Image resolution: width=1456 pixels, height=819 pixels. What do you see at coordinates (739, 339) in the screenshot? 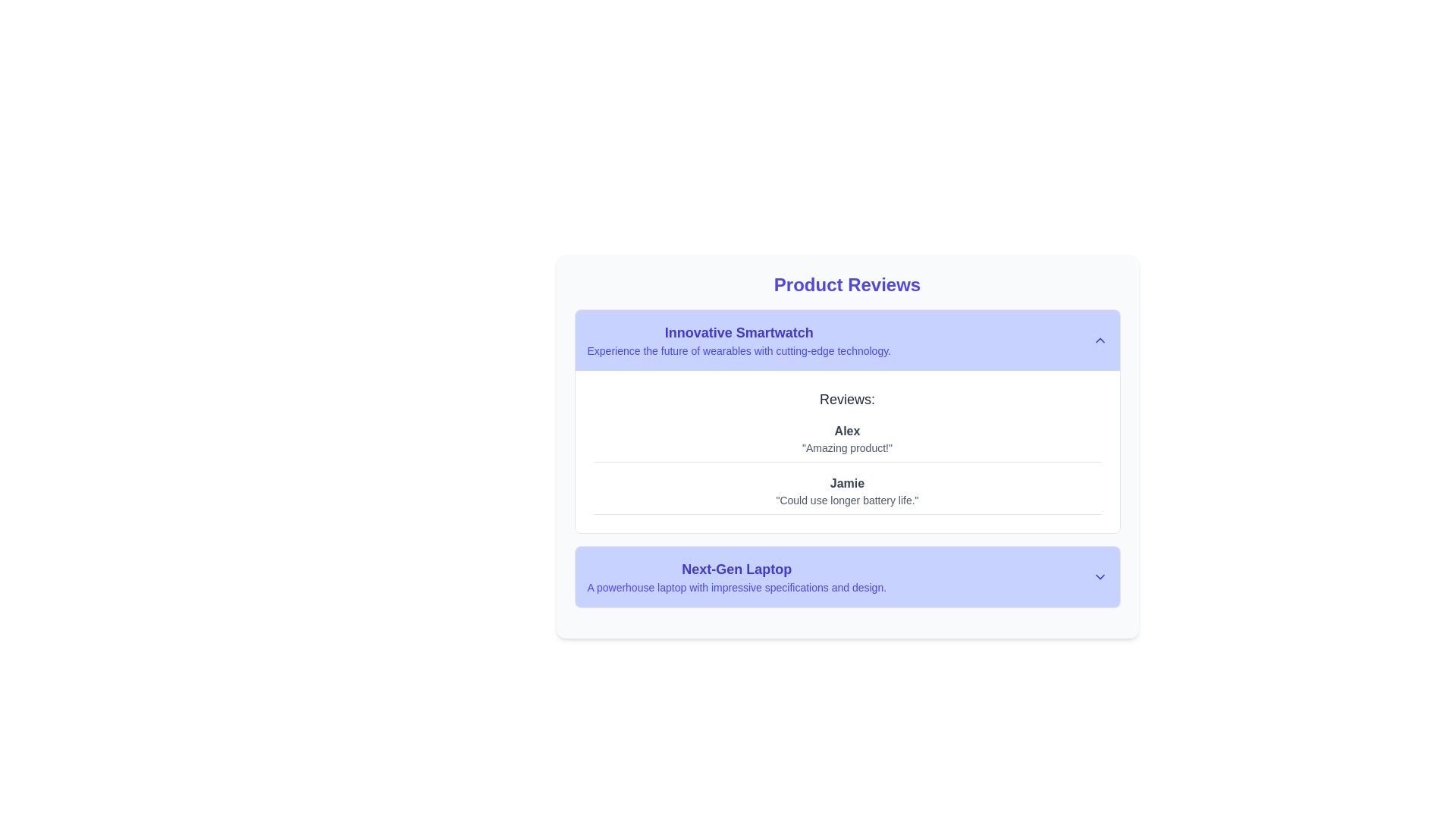
I see `text content of the Text Block titled 'Innovative Smartwatch', which is styled with bold indigo font and located at the top of the review section` at bounding box center [739, 339].